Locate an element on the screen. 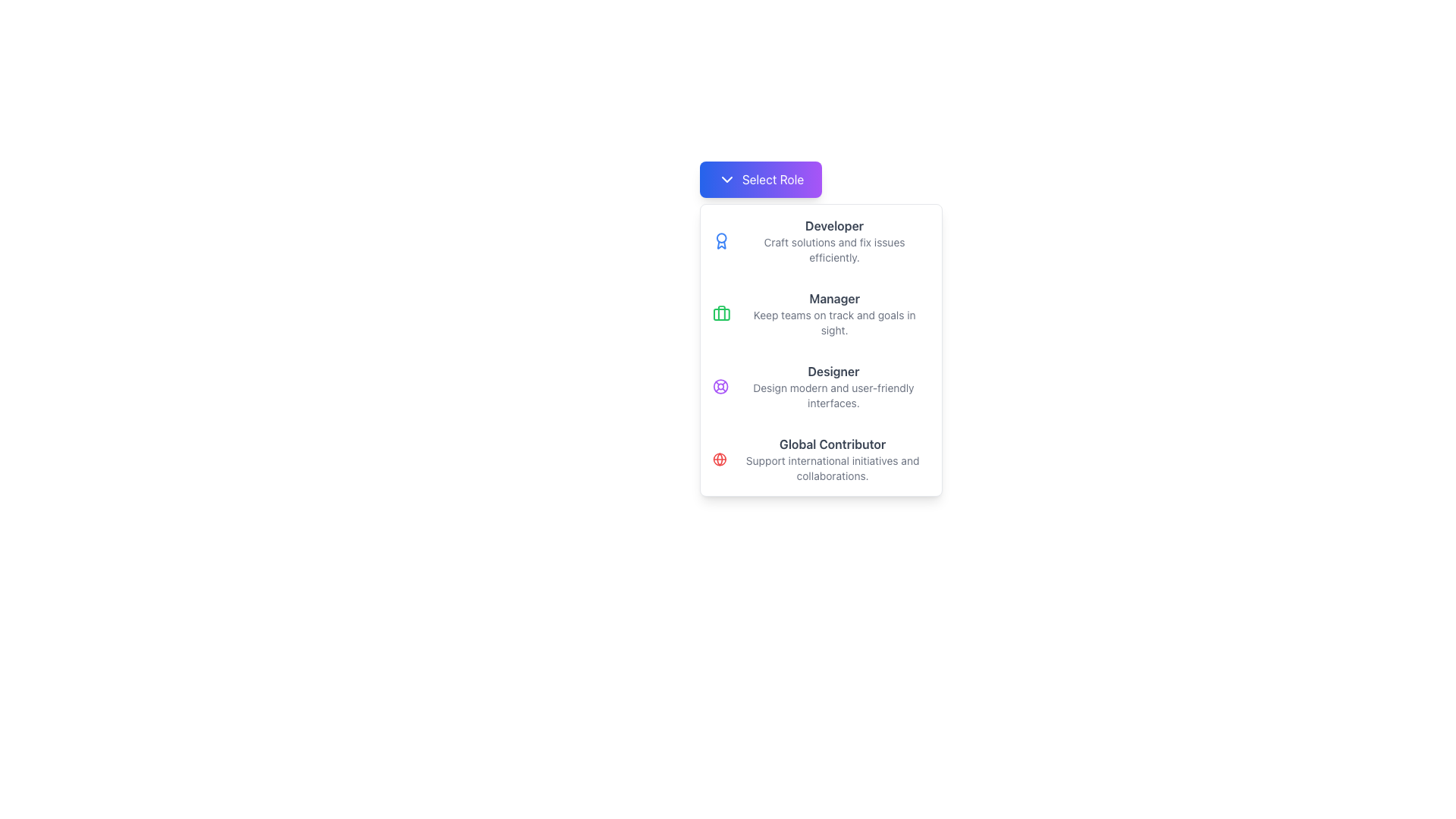 The height and width of the screenshot is (819, 1456). the label for the 'Global Contributor' role, which is the title of the fourth option in the dropdown menu, located above the description for international initiatives is located at coordinates (832, 444).